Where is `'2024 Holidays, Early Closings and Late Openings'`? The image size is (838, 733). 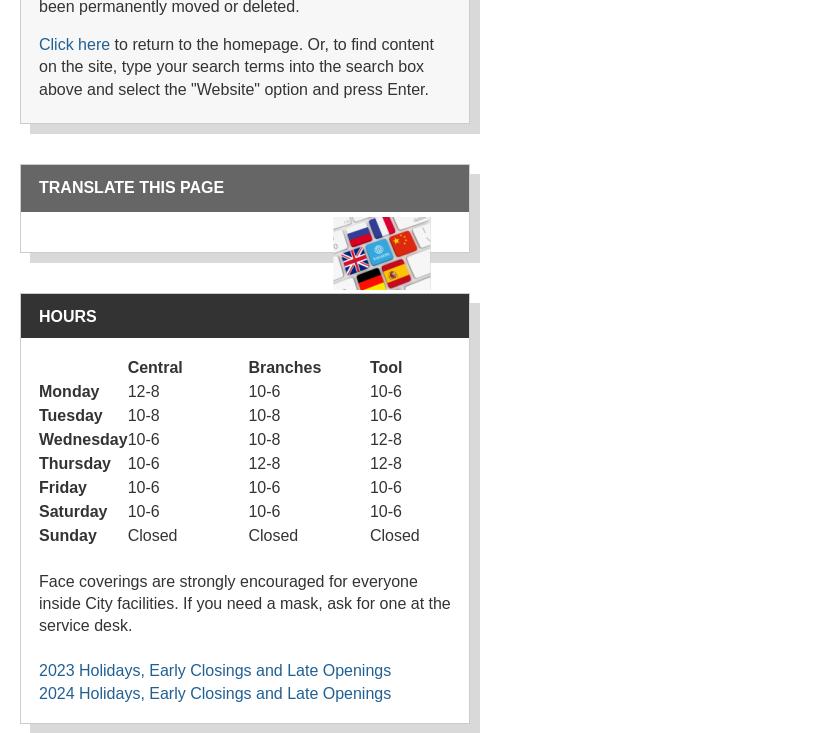 '2024 Holidays, Early Closings and Late Openings' is located at coordinates (214, 692).